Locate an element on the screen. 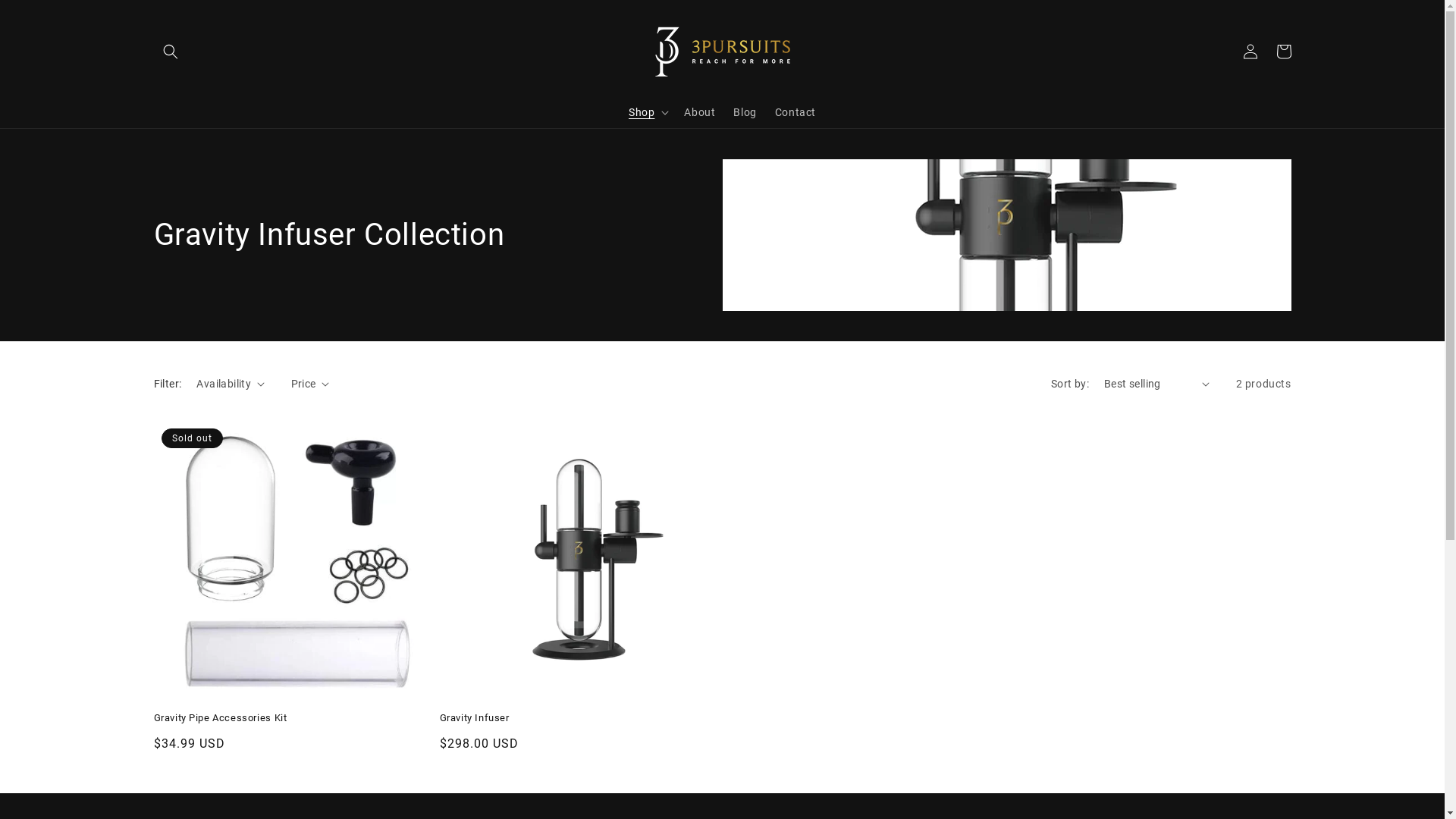  'Gravity Pipe Accessories Kit' is located at coordinates (293, 717).